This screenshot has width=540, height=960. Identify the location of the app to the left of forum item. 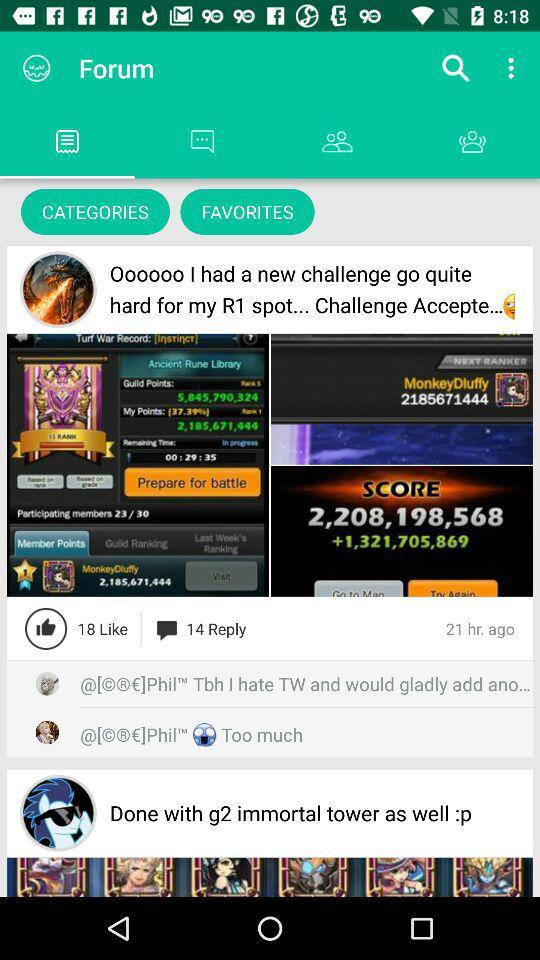
(36, 68).